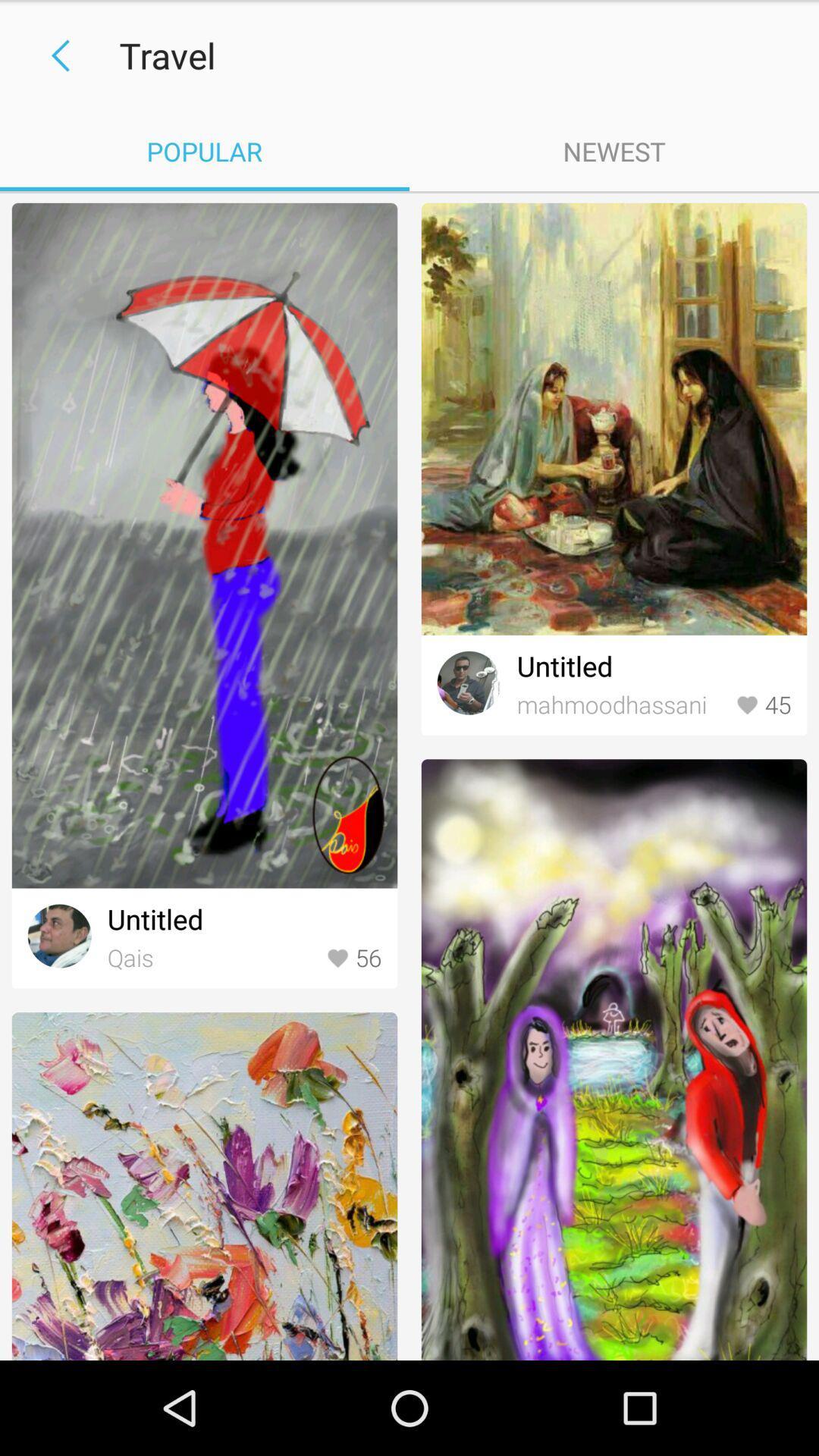 The height and width of the screenshot is (1456, 819). Describe the element at coordinates (213, 958) in the screenshot. I see `the icon to the left of 56` at that location.